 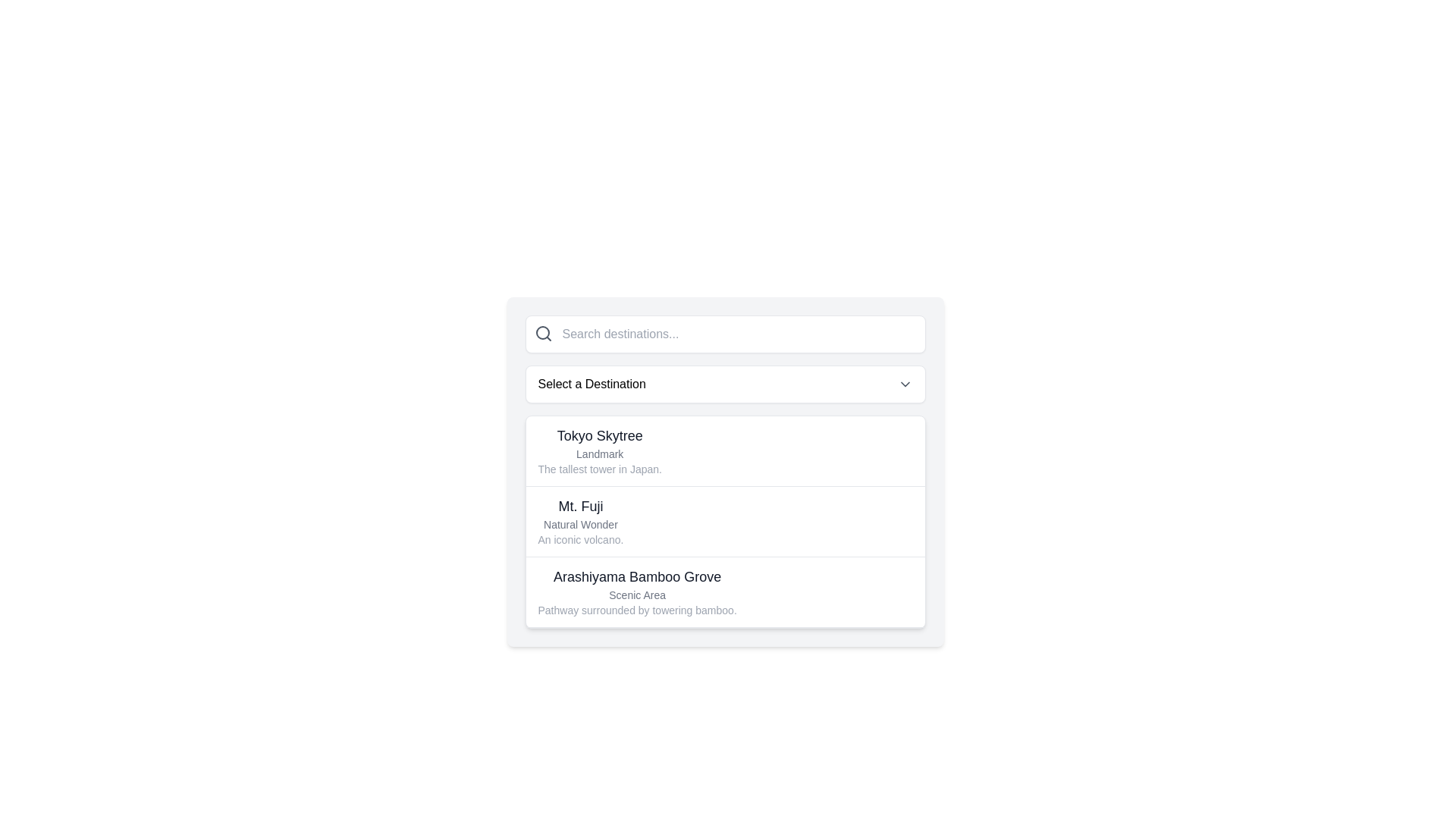 What do you see at coordinates (542, 332) in the screenshot?
I see `the SVG Circle element, which is a circular shape with a radius of 8 units located within the search icon at the top-left corner of the search bar` at bounding box center [542, 332].